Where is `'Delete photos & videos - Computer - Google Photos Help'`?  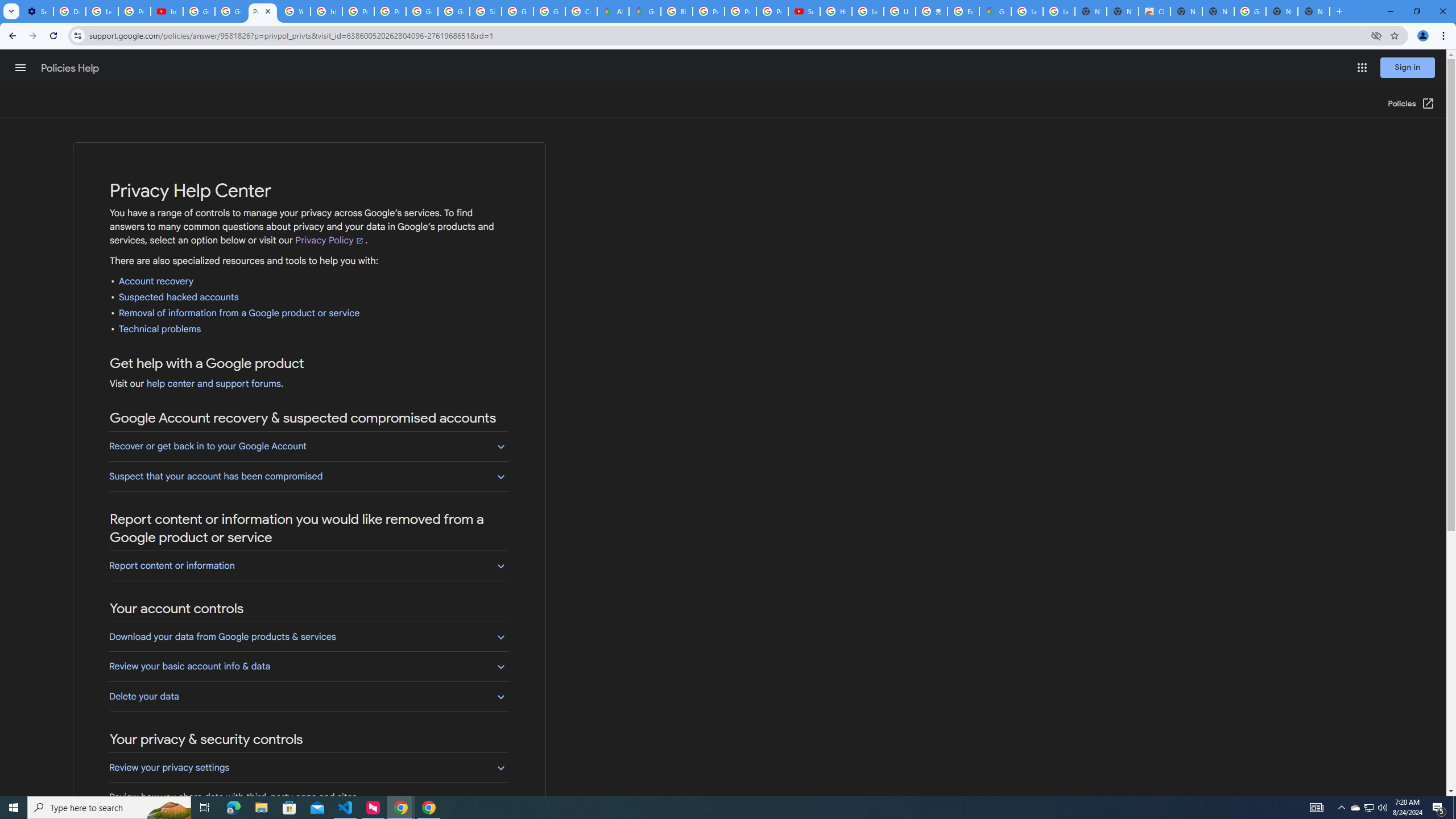
'Delete photos & videos - Computer - Google Photos Help' is located at coordinates (69, 11).